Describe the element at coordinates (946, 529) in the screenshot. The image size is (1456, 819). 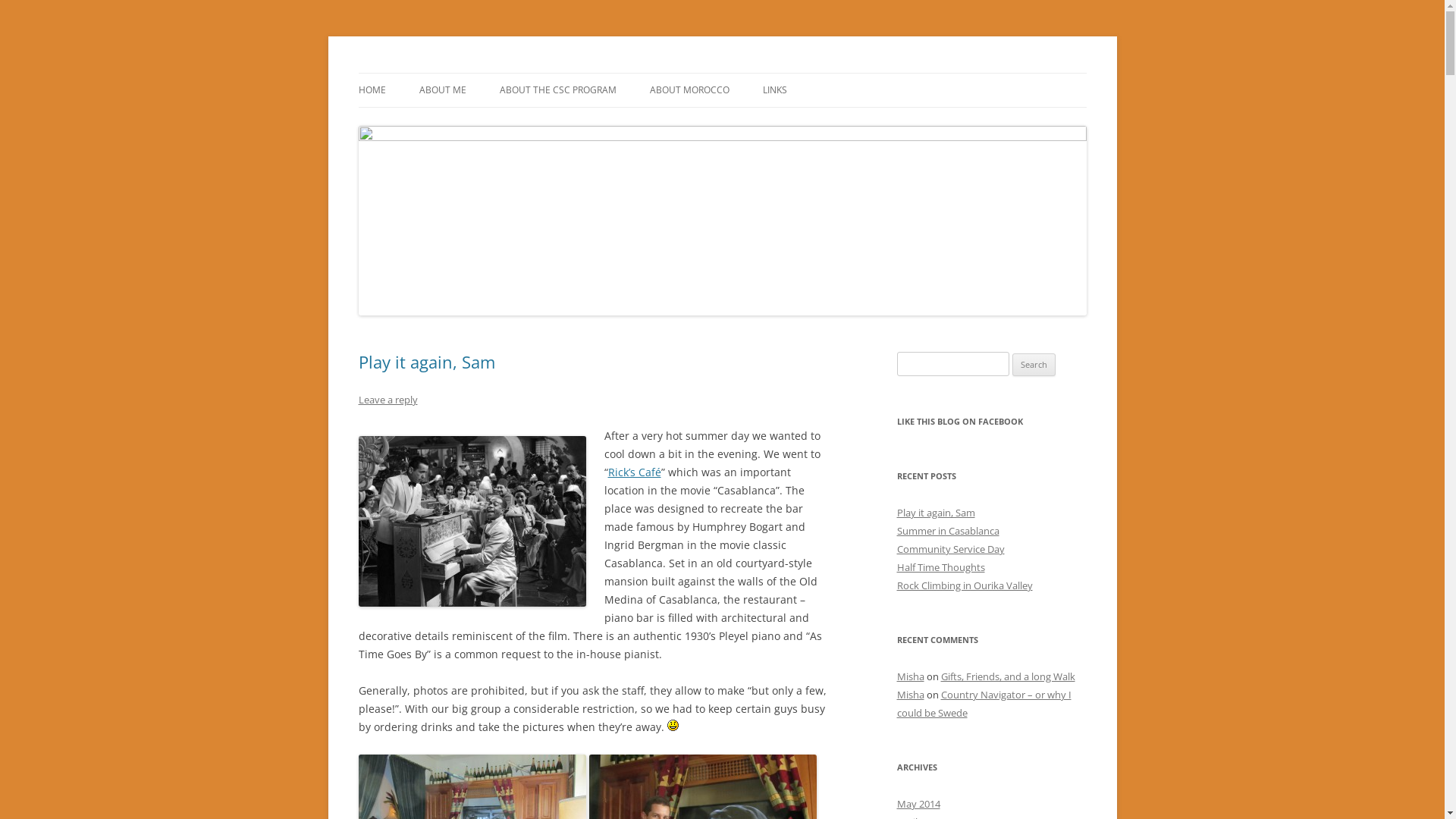
I see `'Summer in Casablanca'` at that location.